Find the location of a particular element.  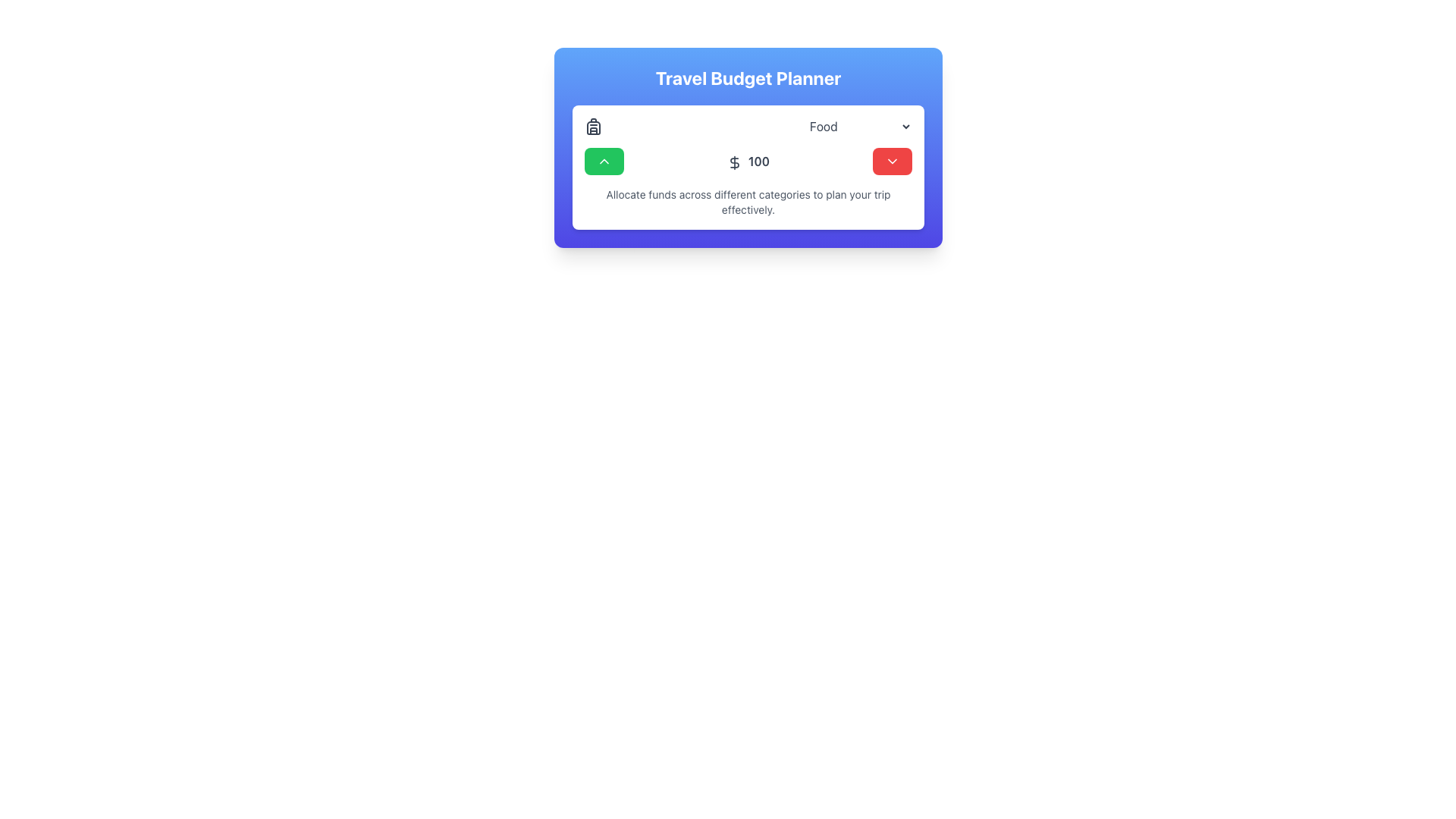

the text label stating 'Allocate funds across different categories to plan your trip effectively' located in the bottom section of the 'Travel Budget Planner' card interface is located at coordinates (748, 201).